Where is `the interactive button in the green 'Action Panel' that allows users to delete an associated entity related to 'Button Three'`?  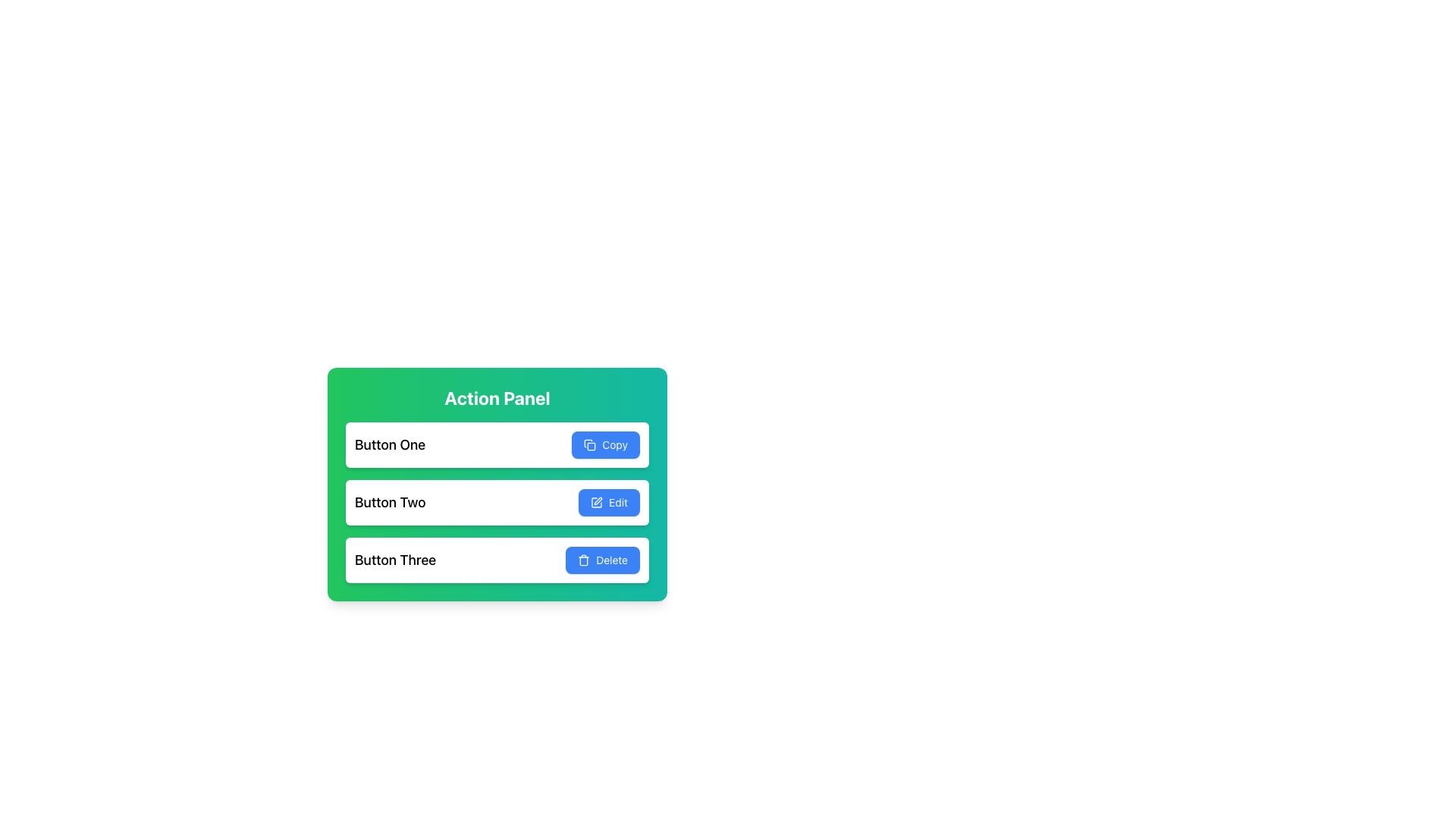 the interactive button in the green 'Action Panel' that allows users to delete an associated entity related to 'Button Three' is located at coordinates (497, 560).